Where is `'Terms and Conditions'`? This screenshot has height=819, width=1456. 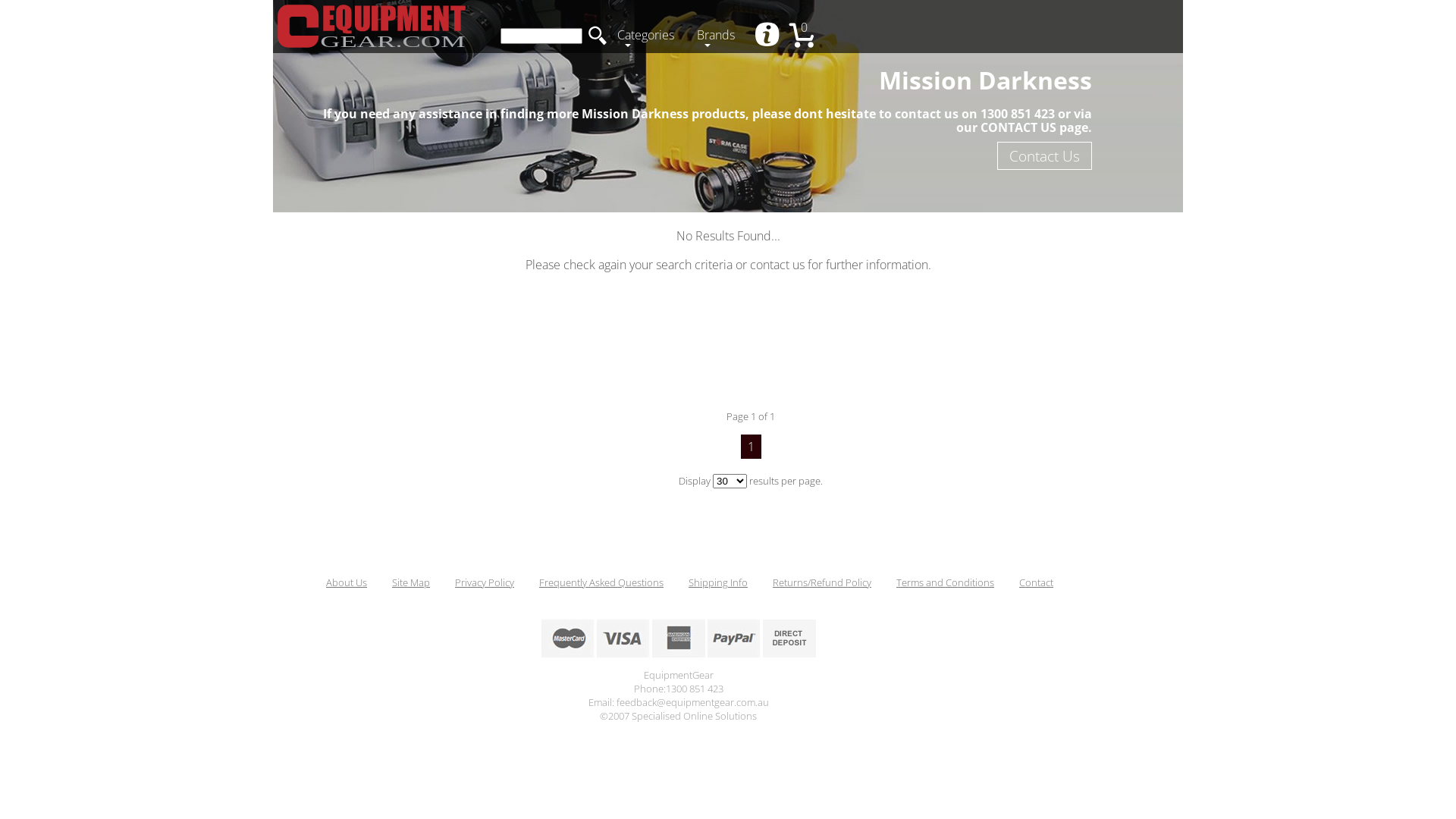 'Terms and Conditions' is located at coordinates (896, 581).